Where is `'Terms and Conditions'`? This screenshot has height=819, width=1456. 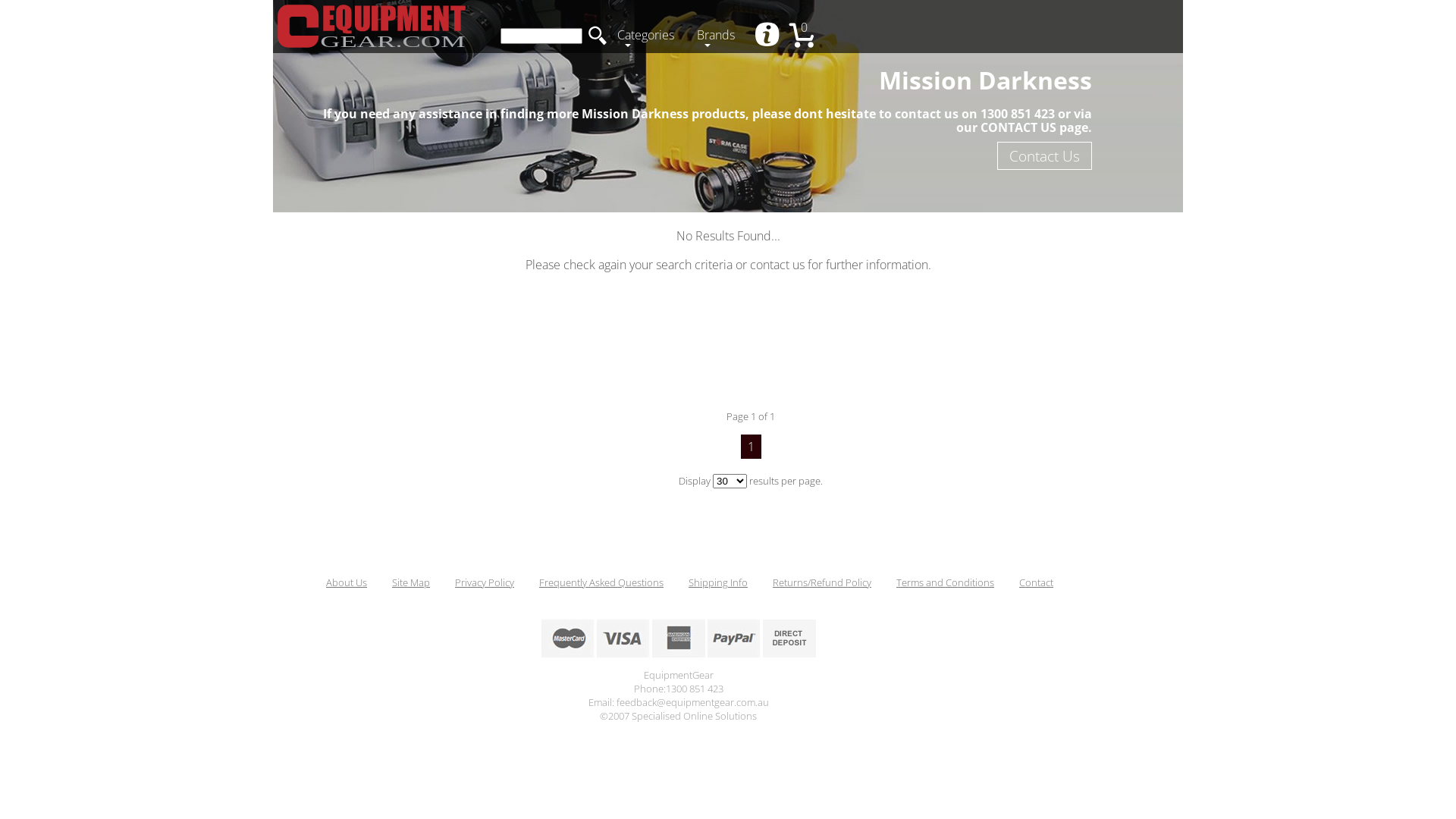 'Terms and Conditions' is located at coordinates (896, 581).